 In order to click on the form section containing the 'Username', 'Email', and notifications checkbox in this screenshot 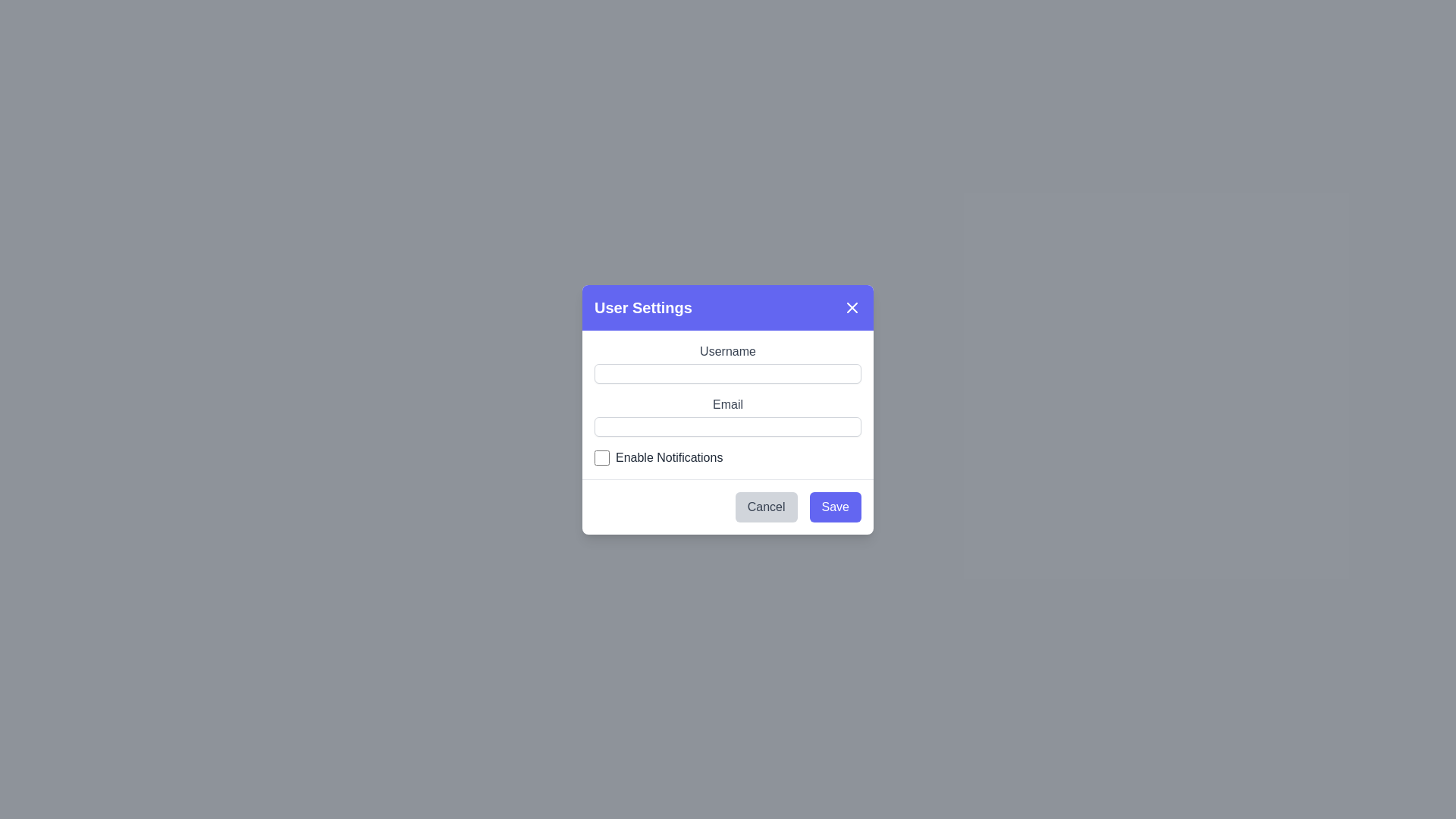, I will do `click(728, 403)`.